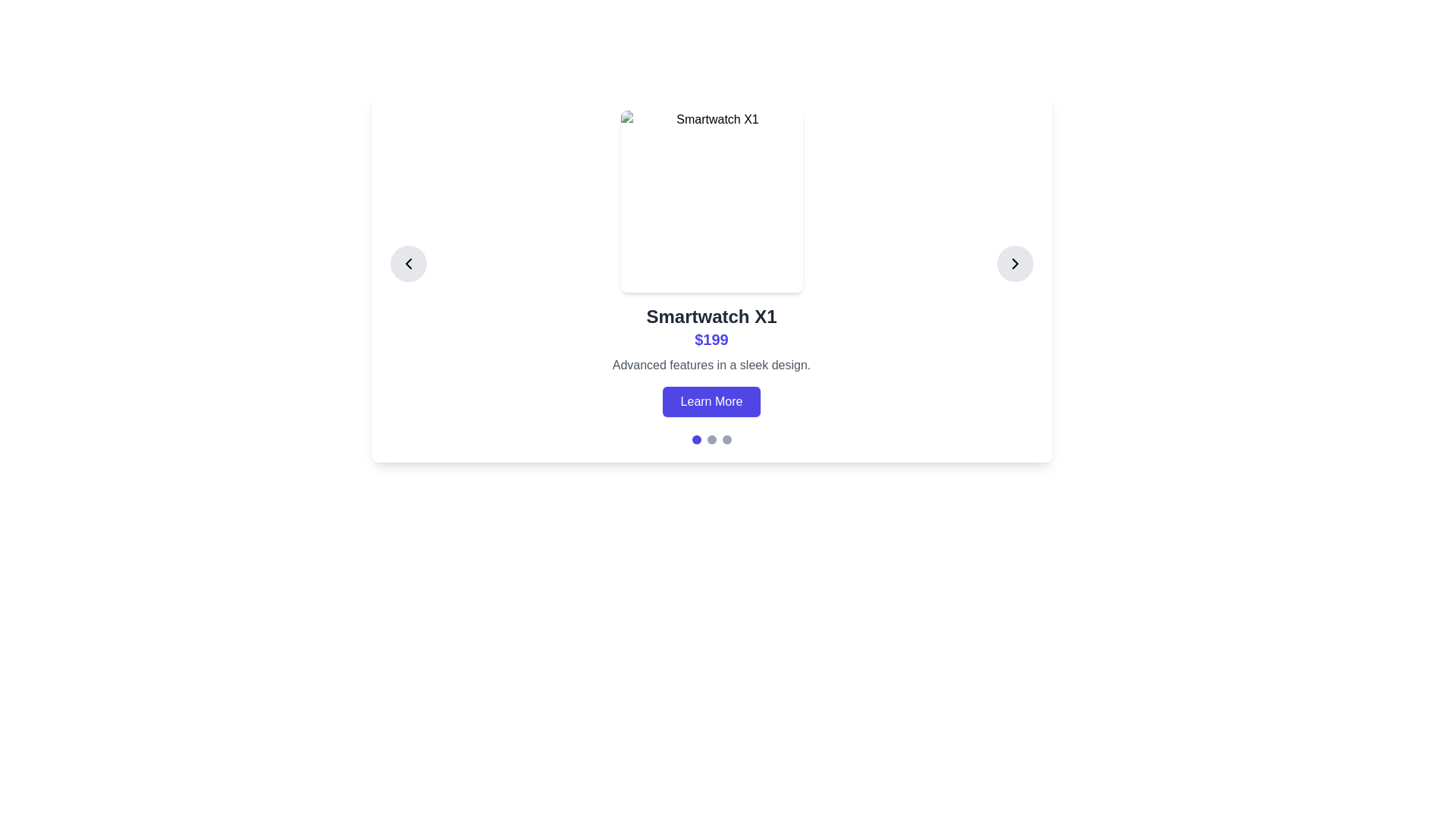 This screenshot has height=819, width=1456. What do you see at coordinates (711, 366) in the screenshot?
I see `the text label displaying 'Advanced features in a sleek design.' which is centrally aligned and positioned between the text '$199' and the 'Learn More' button` at bounding box center [711, 366].